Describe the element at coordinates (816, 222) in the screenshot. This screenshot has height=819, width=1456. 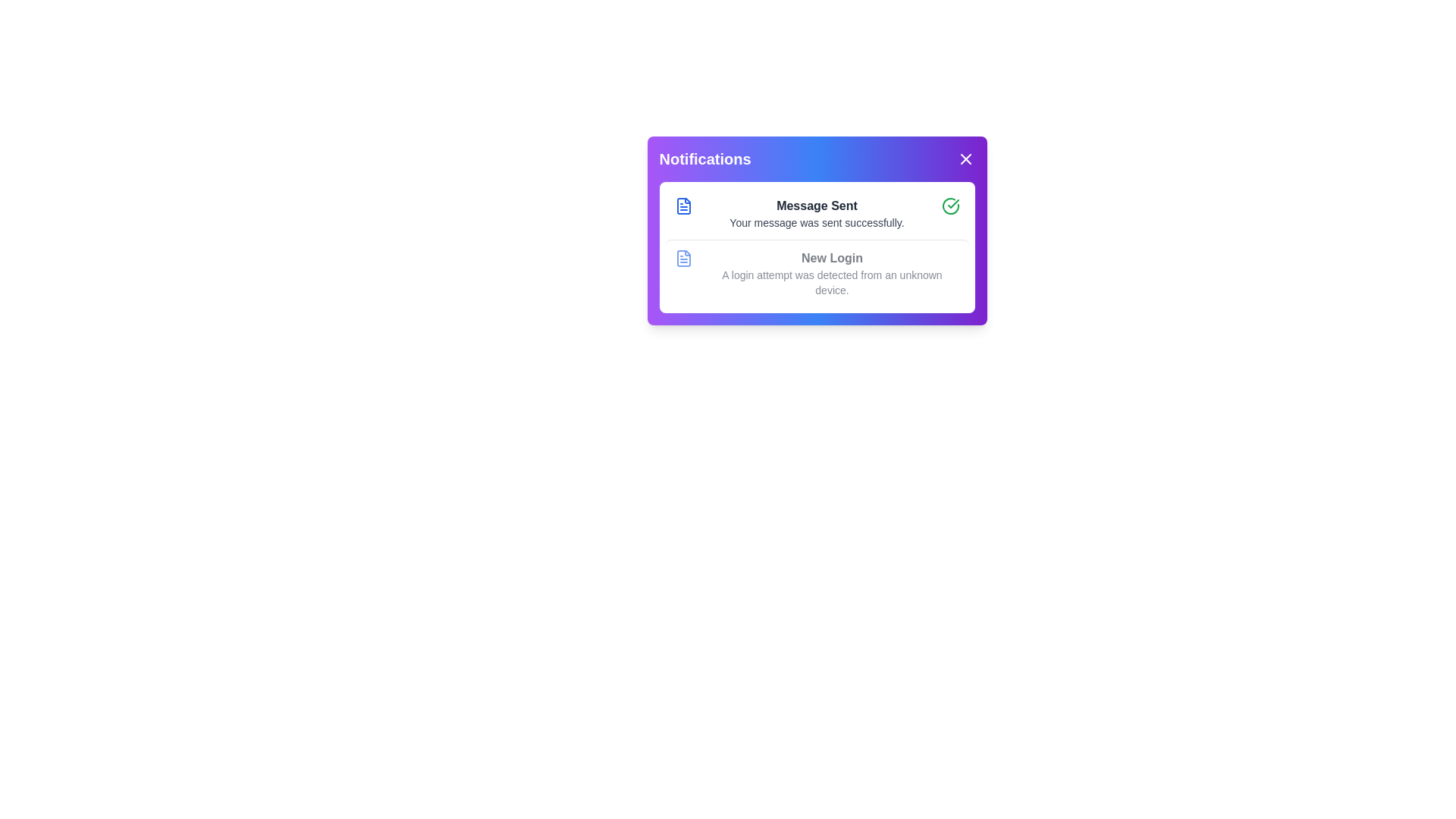
I see `the text label that indicates the message has been successfully sent, located in the notification box under the 'Message Sent' header` at that location.